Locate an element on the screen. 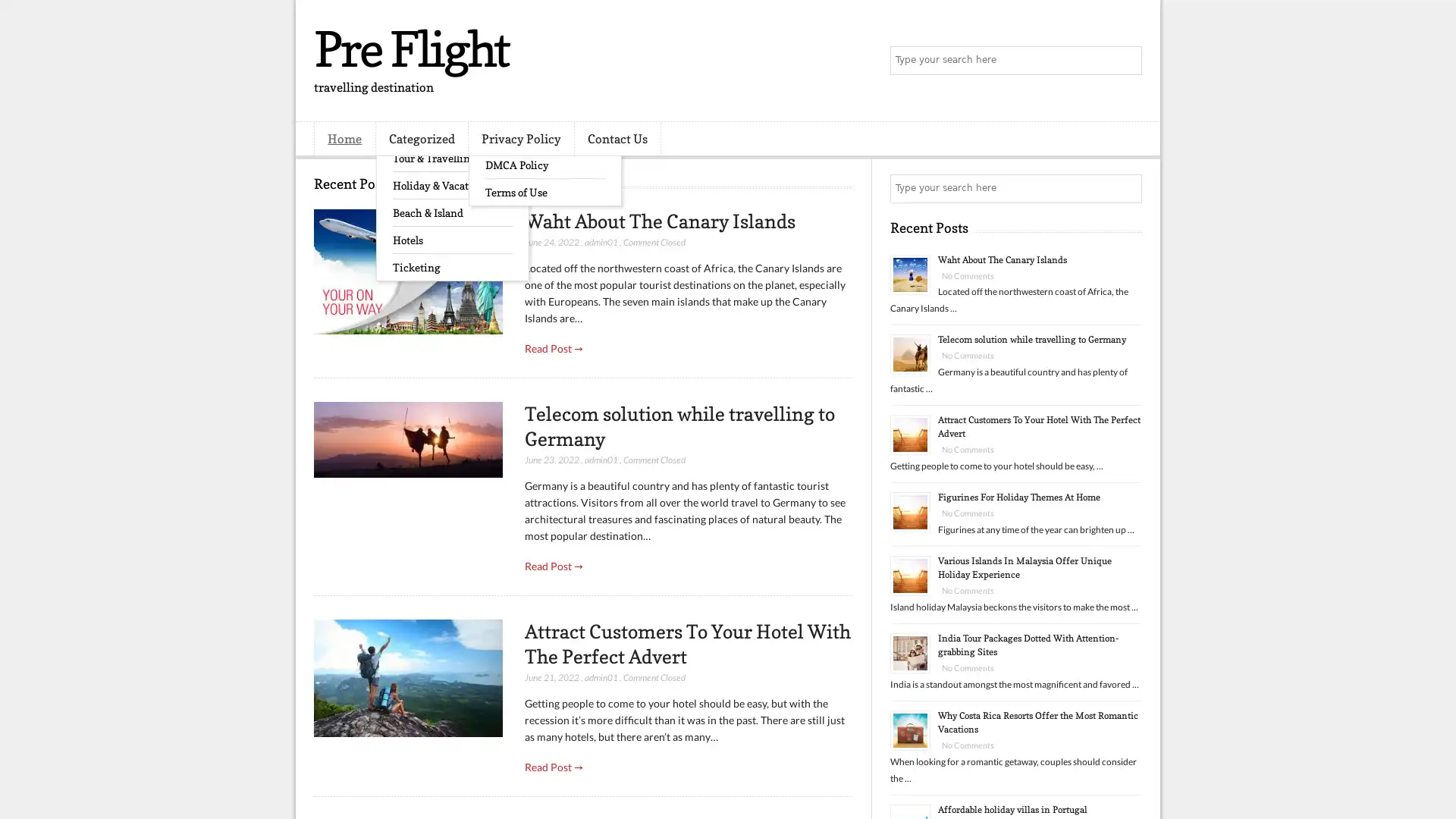 The width and height of the screenshot is (1456, 819). Search is located at coordinates (1126, 61).